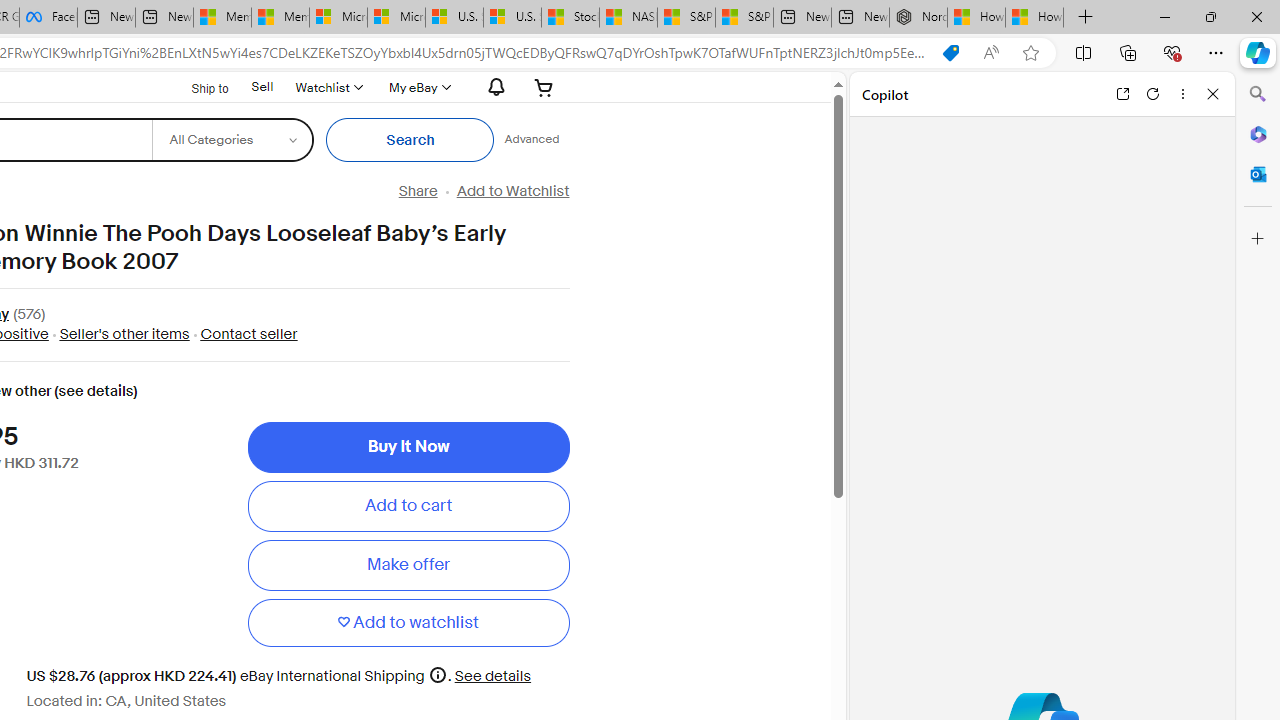 This screenshot has height=720, width=1280. I want to click on 'Your shopping cart', so click(544, 86).